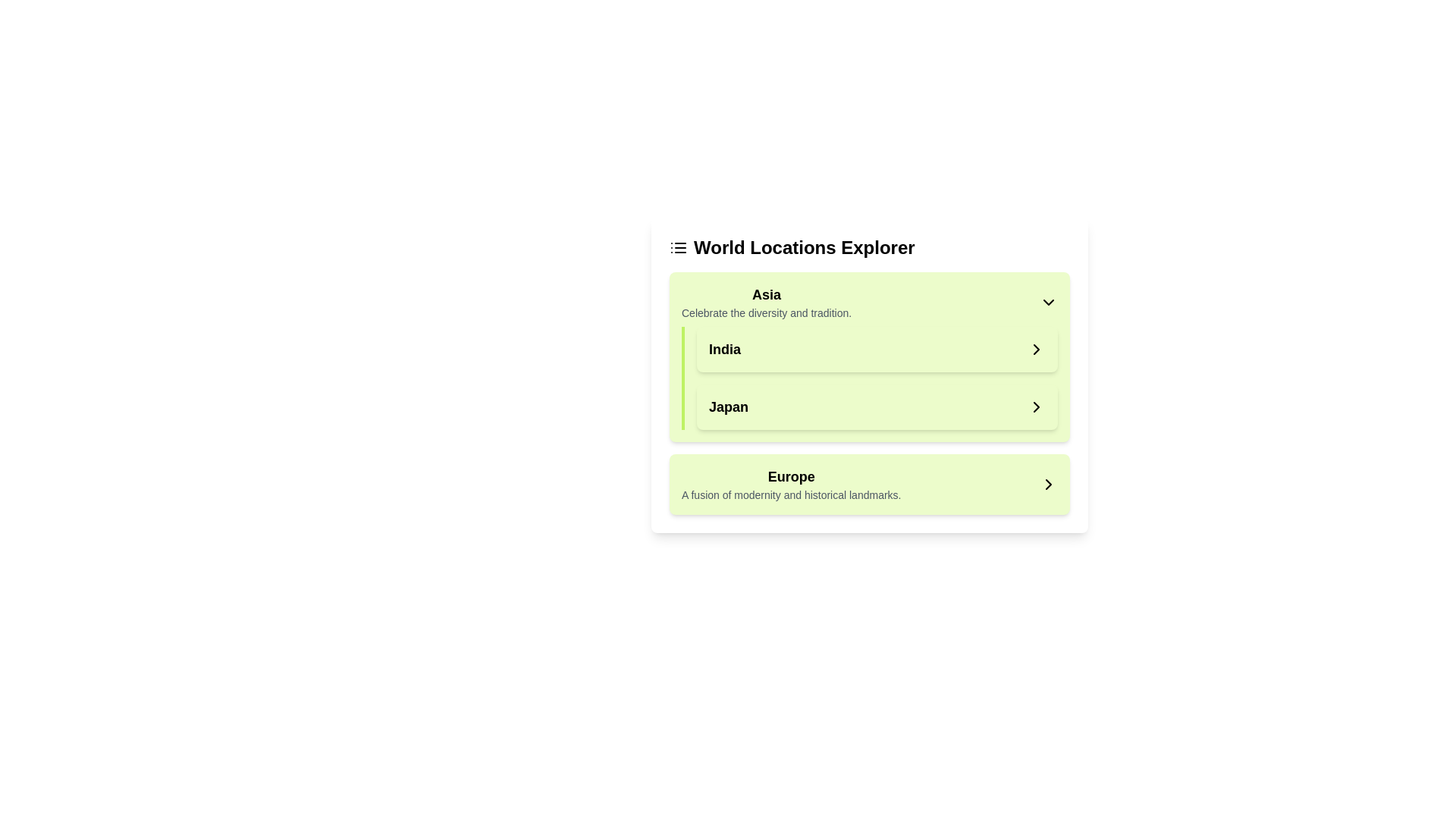  What do you see at coordinates (790, 494) in the screenshot?
I see `the Text label providing descriptive information about the 'Europe' section, which is positioned directly below the 'Europe' header in the panel listing regions` at bounding box center [790, 494].